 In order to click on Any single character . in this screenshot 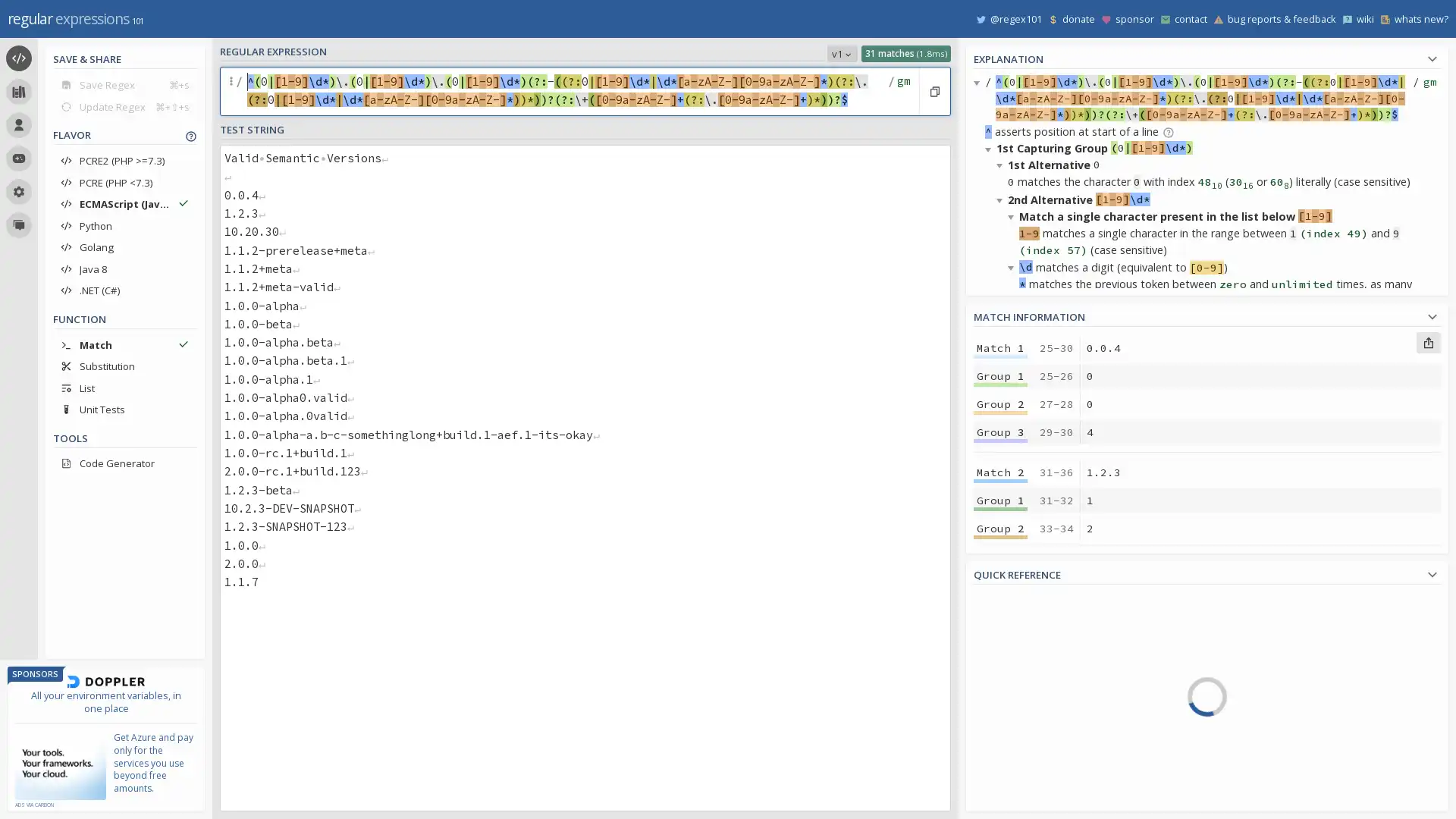, I will do `click(1282, 708)`.